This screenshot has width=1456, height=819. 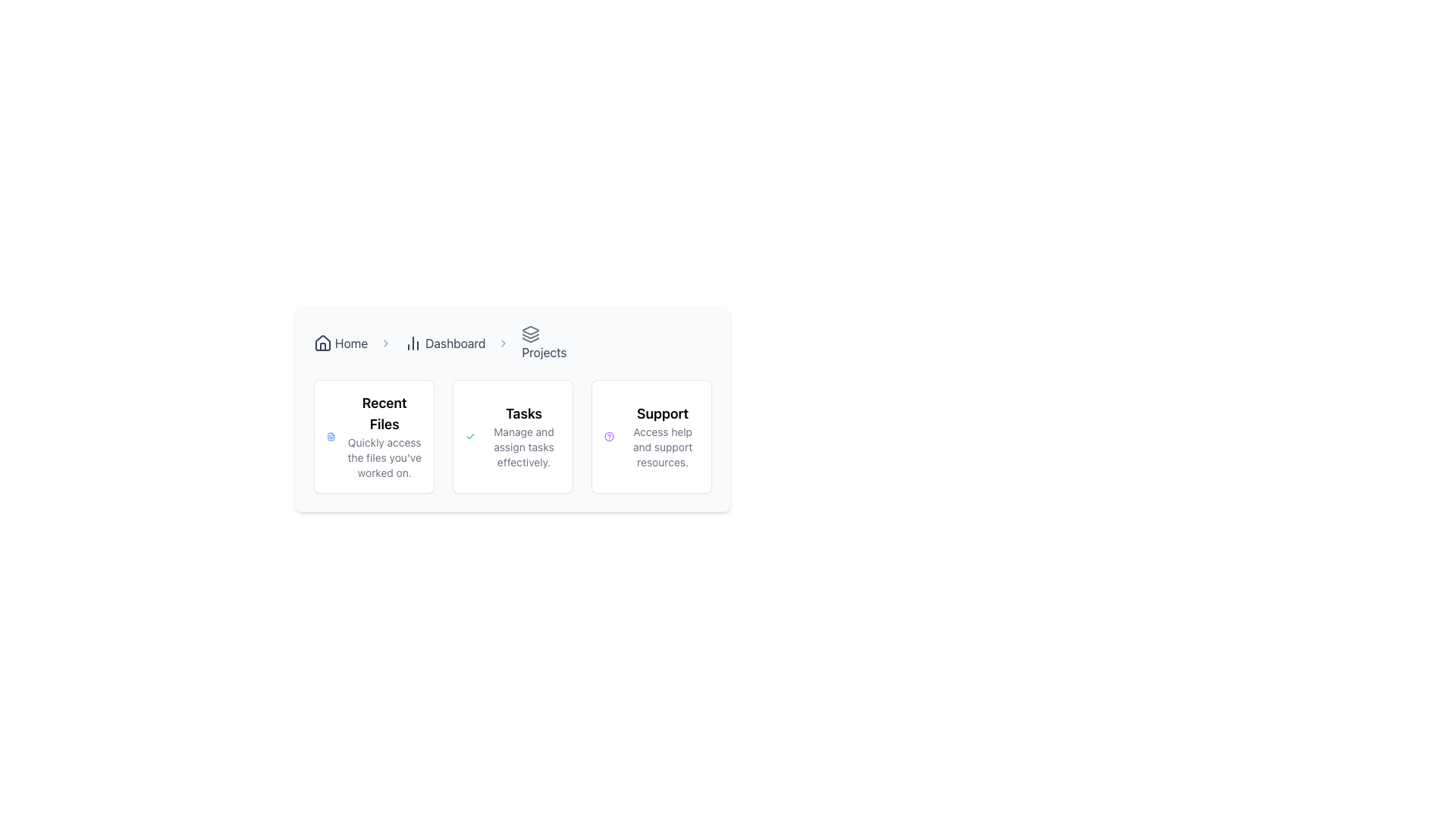 I want to click on the green checkmark icon located within the 'Tasks' card, positioned to the left of the text content and slightly above the vertical center, so click(x=469, y=436).